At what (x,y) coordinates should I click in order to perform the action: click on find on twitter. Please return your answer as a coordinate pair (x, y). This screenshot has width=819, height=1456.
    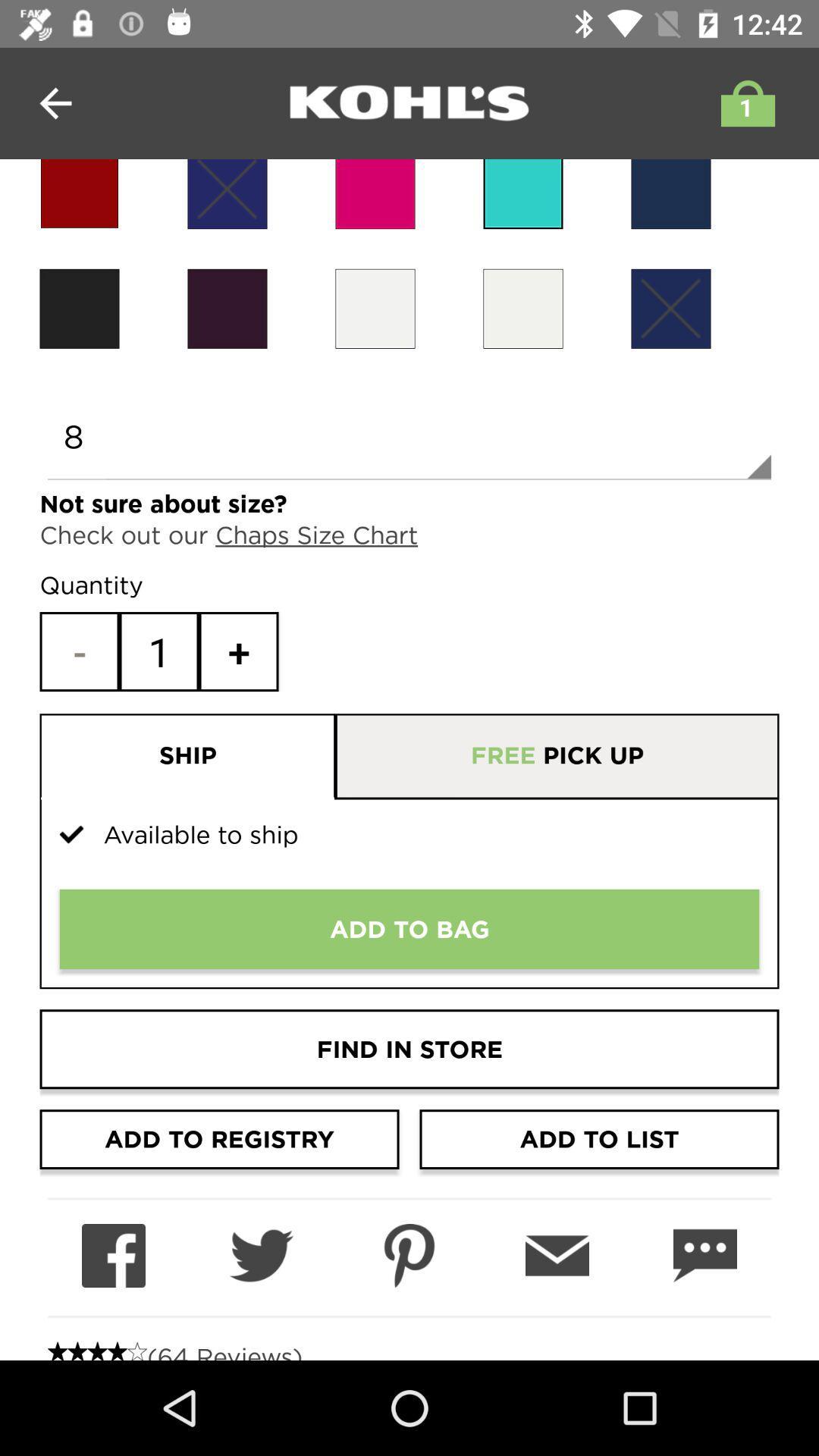
    Looking at the image, I should click on (260, 1256).